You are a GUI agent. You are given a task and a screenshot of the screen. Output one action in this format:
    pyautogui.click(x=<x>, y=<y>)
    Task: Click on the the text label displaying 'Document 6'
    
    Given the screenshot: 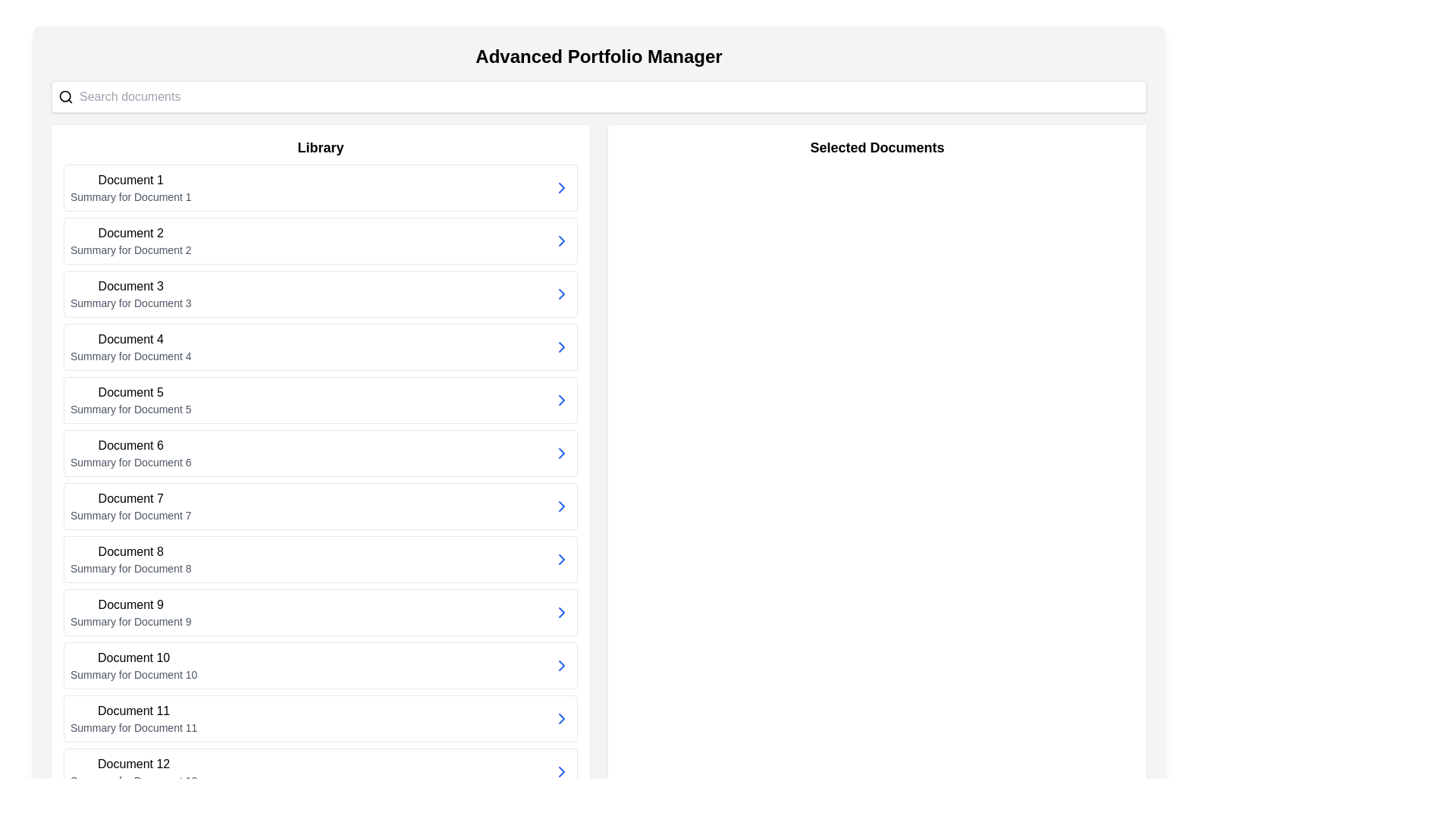 What is the action you would take?
    pyautogui.click(x=130, y=444)
    